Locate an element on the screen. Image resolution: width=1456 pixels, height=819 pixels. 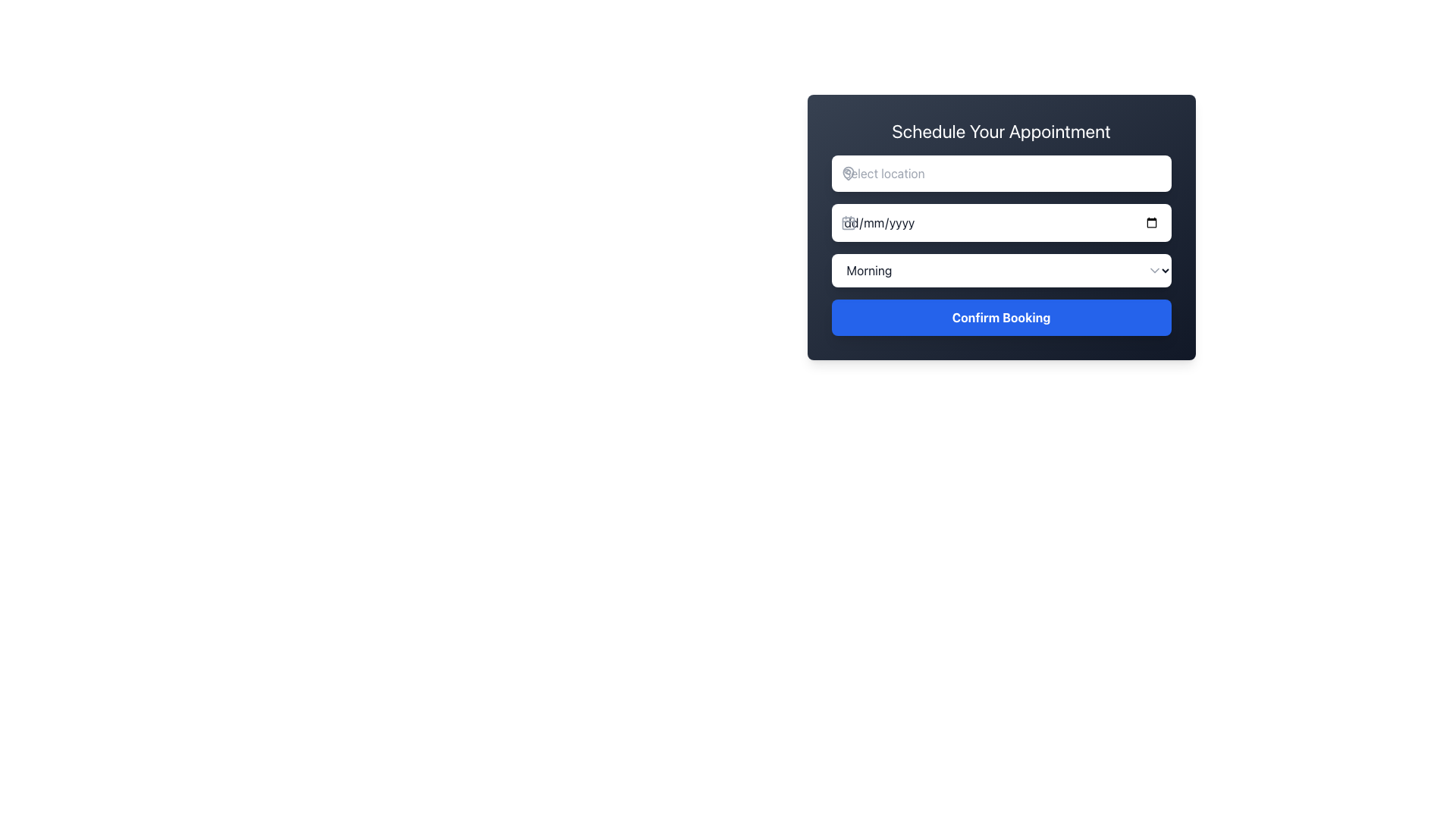
the booking confirmation button located at the bottom of the layout, which is the last interactive component after the input fields is located at coordinates (1001, 317).